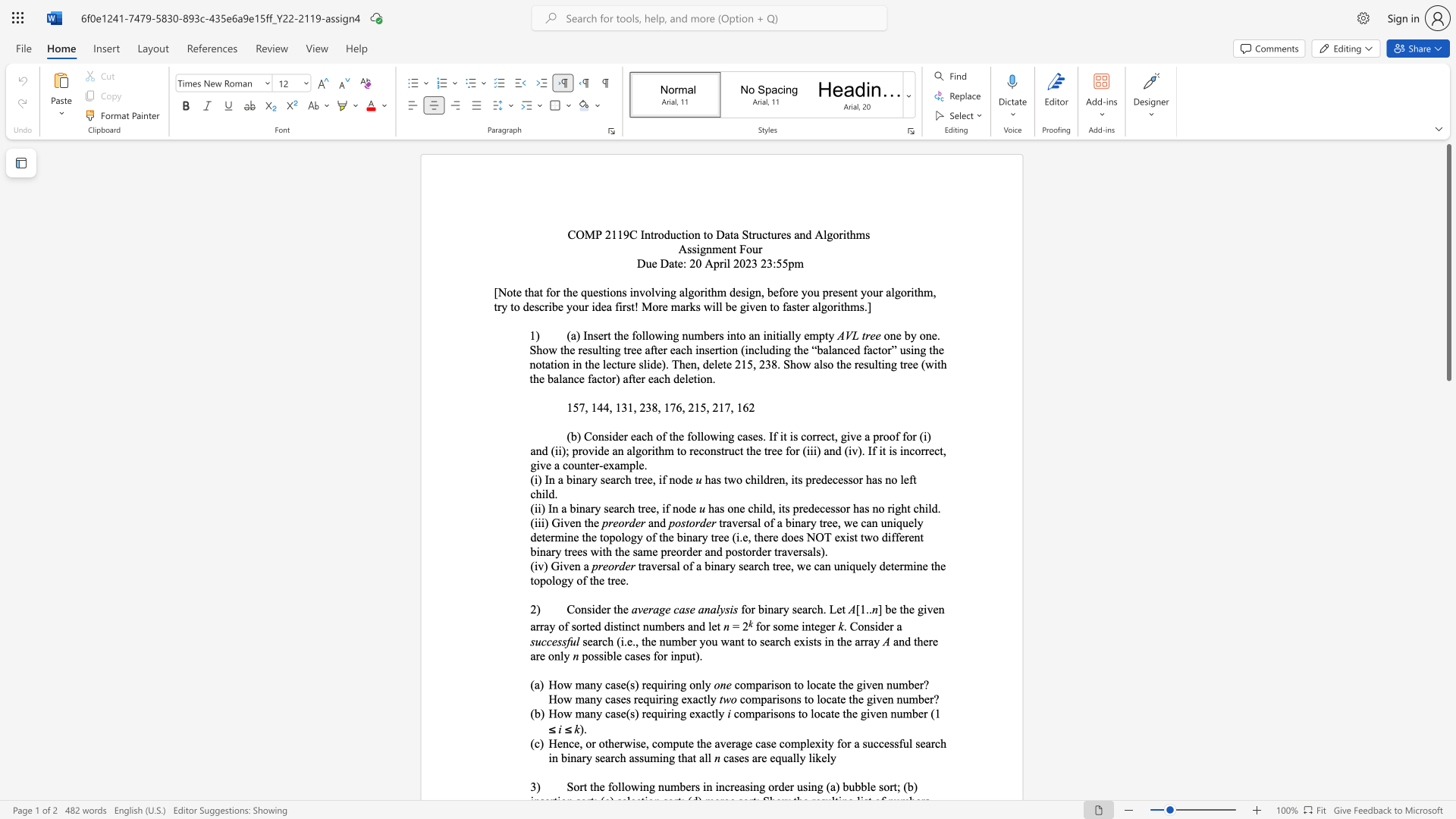  I want to click on the subset text "given nu" within the text "comparisons to locate the given number?", so click(866, 699).